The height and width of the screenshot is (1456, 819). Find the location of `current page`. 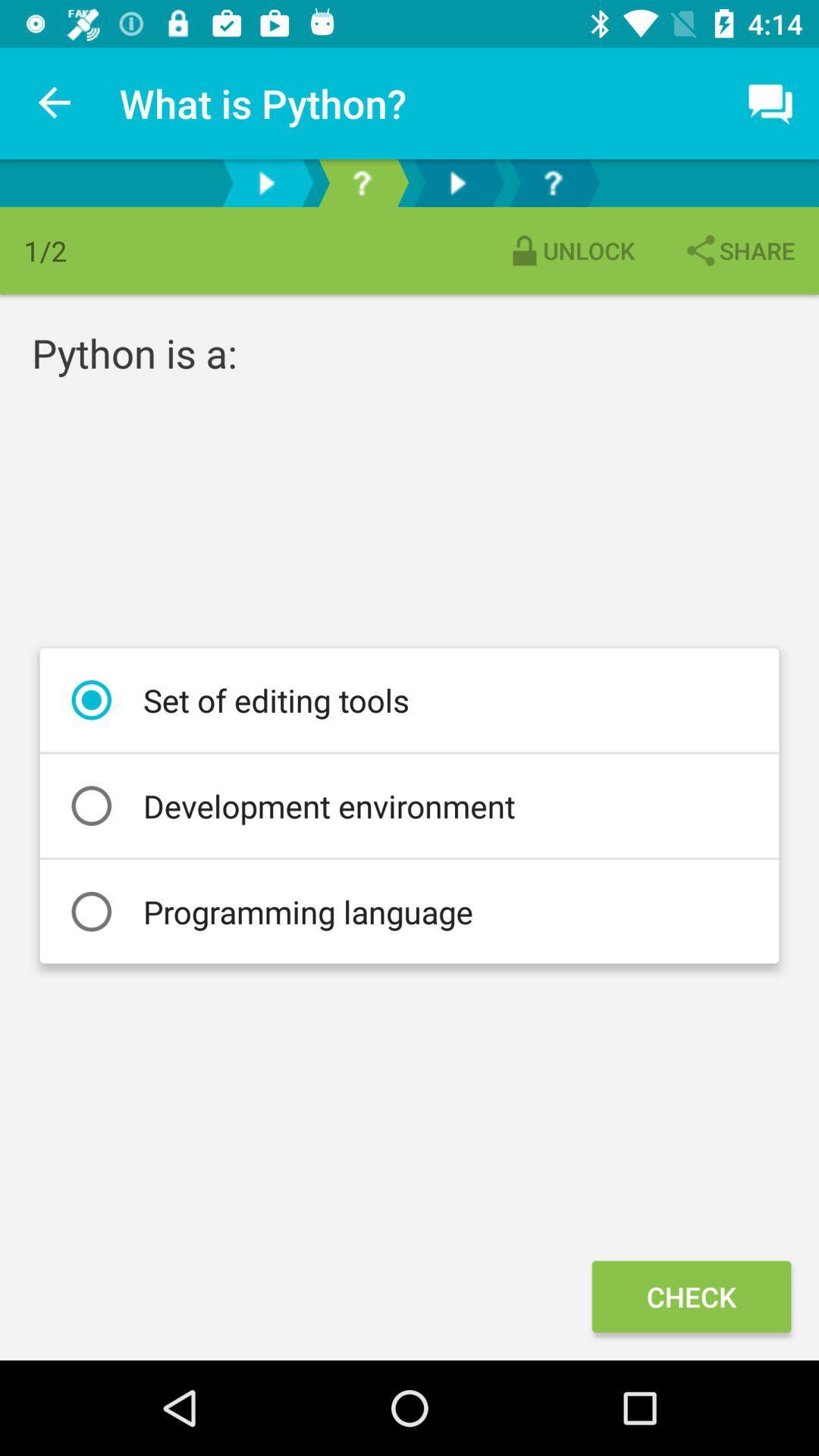

current page is located at coordinates (362, 182).